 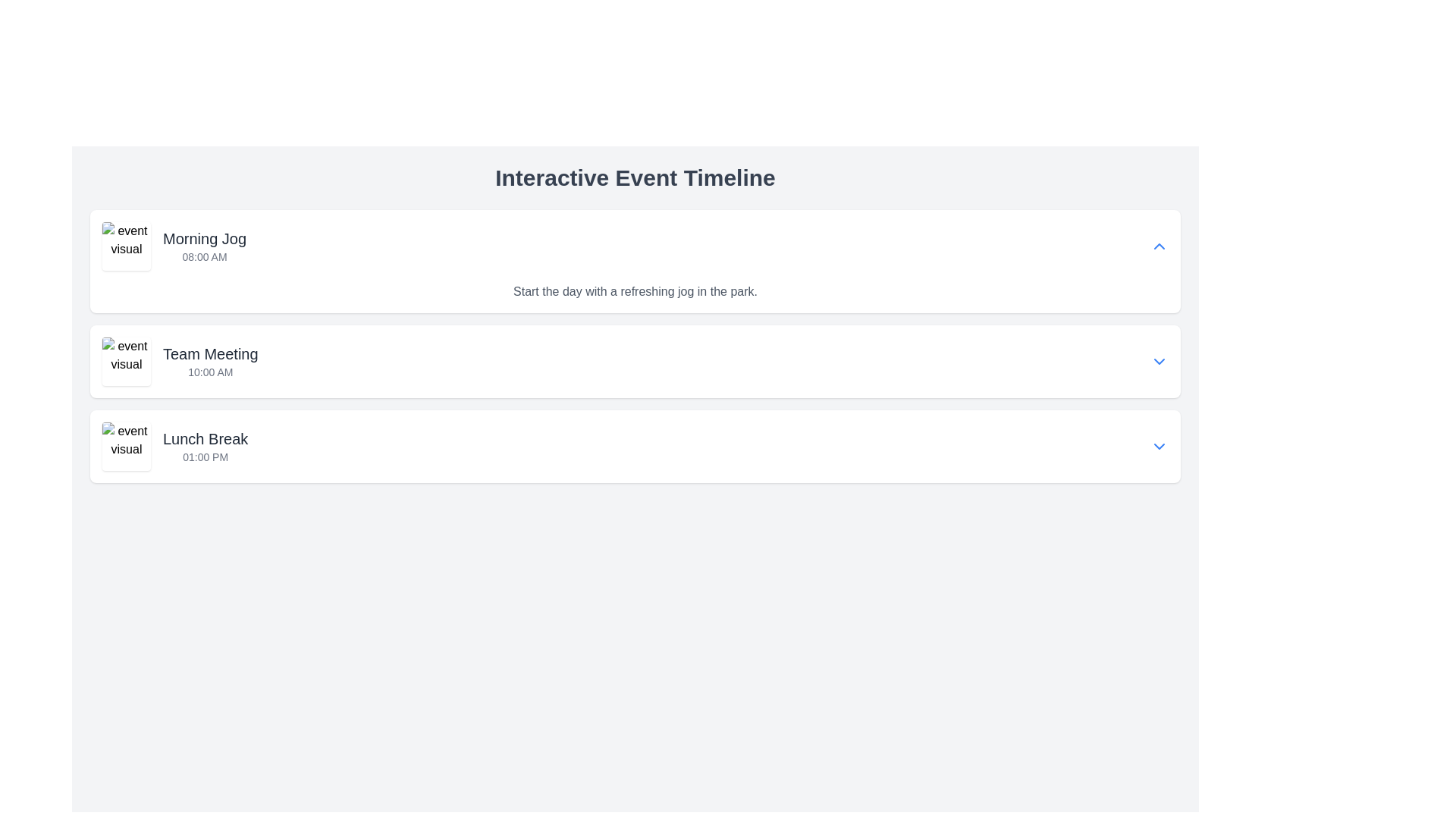 I want to click on text displayed as '10:00 AM' in a small-sized, gray-colored font, located below the title 'Team Meeting', so click(x=209, y=372).